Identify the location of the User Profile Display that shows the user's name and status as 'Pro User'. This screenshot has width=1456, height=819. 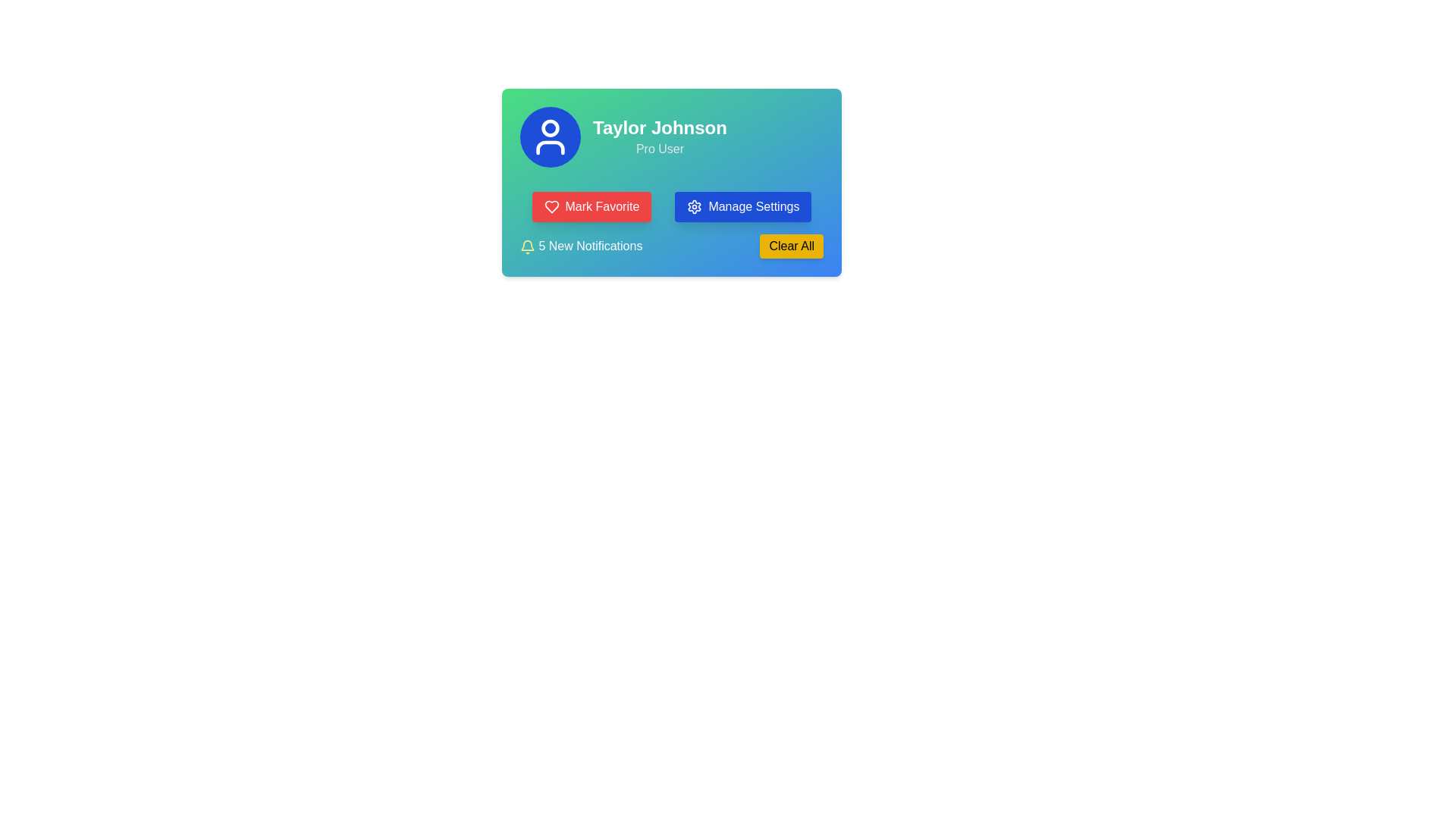
(671, 137).